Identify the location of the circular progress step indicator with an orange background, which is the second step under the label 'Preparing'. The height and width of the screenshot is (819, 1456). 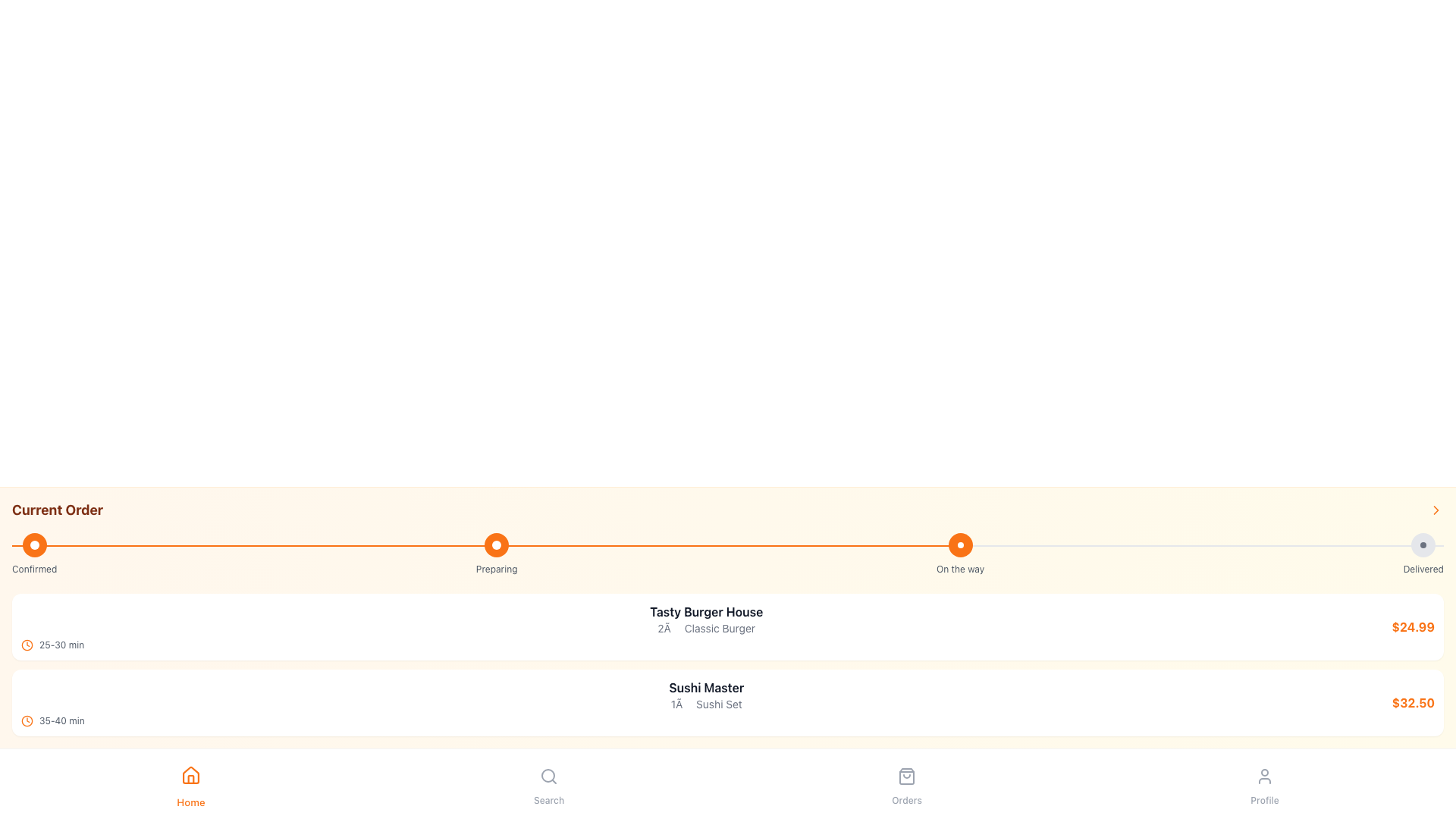
(497, 544).